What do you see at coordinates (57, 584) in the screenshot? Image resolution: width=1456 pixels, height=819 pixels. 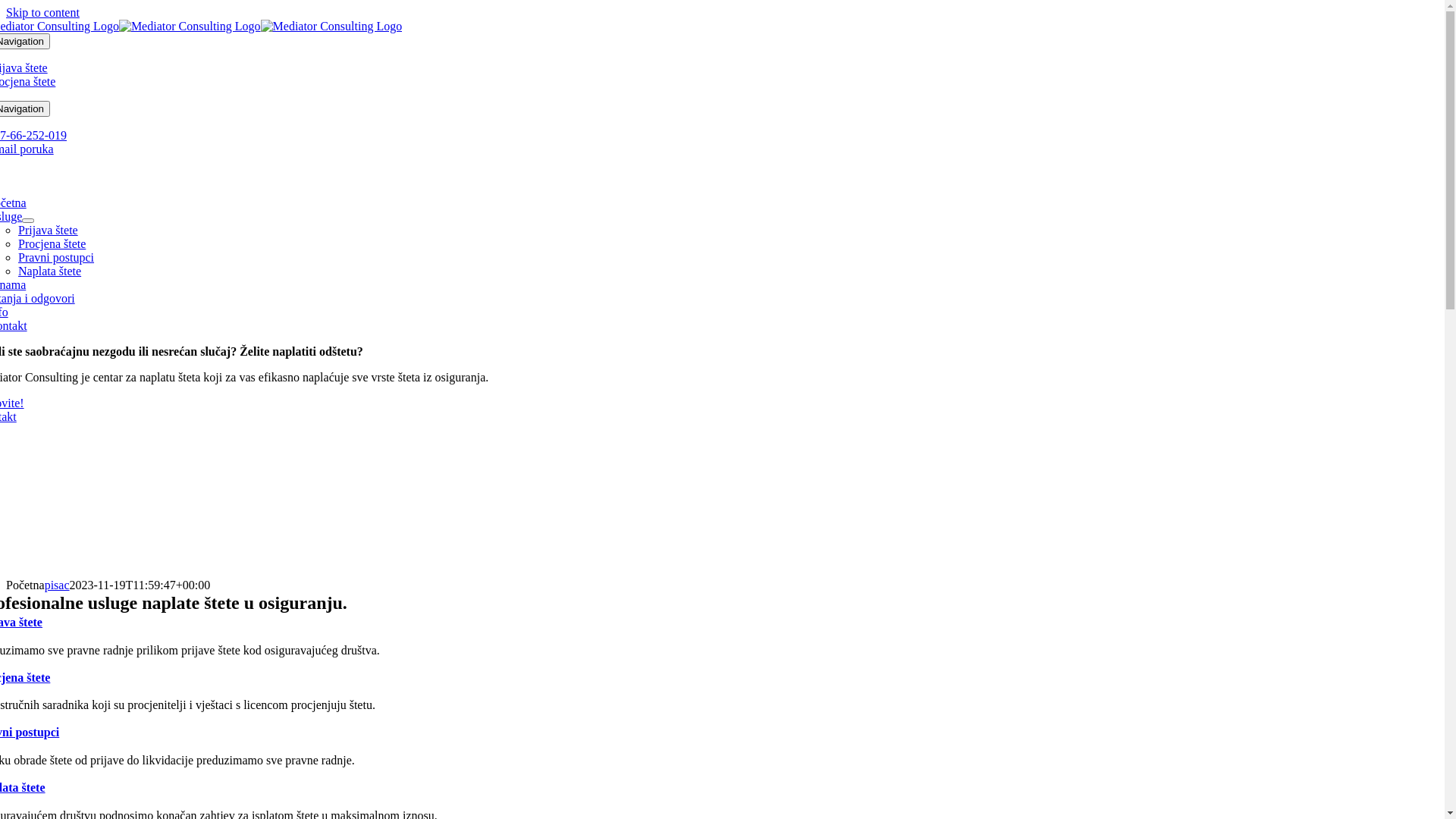 I see `'pisac'` at bounding box center [57, 584].